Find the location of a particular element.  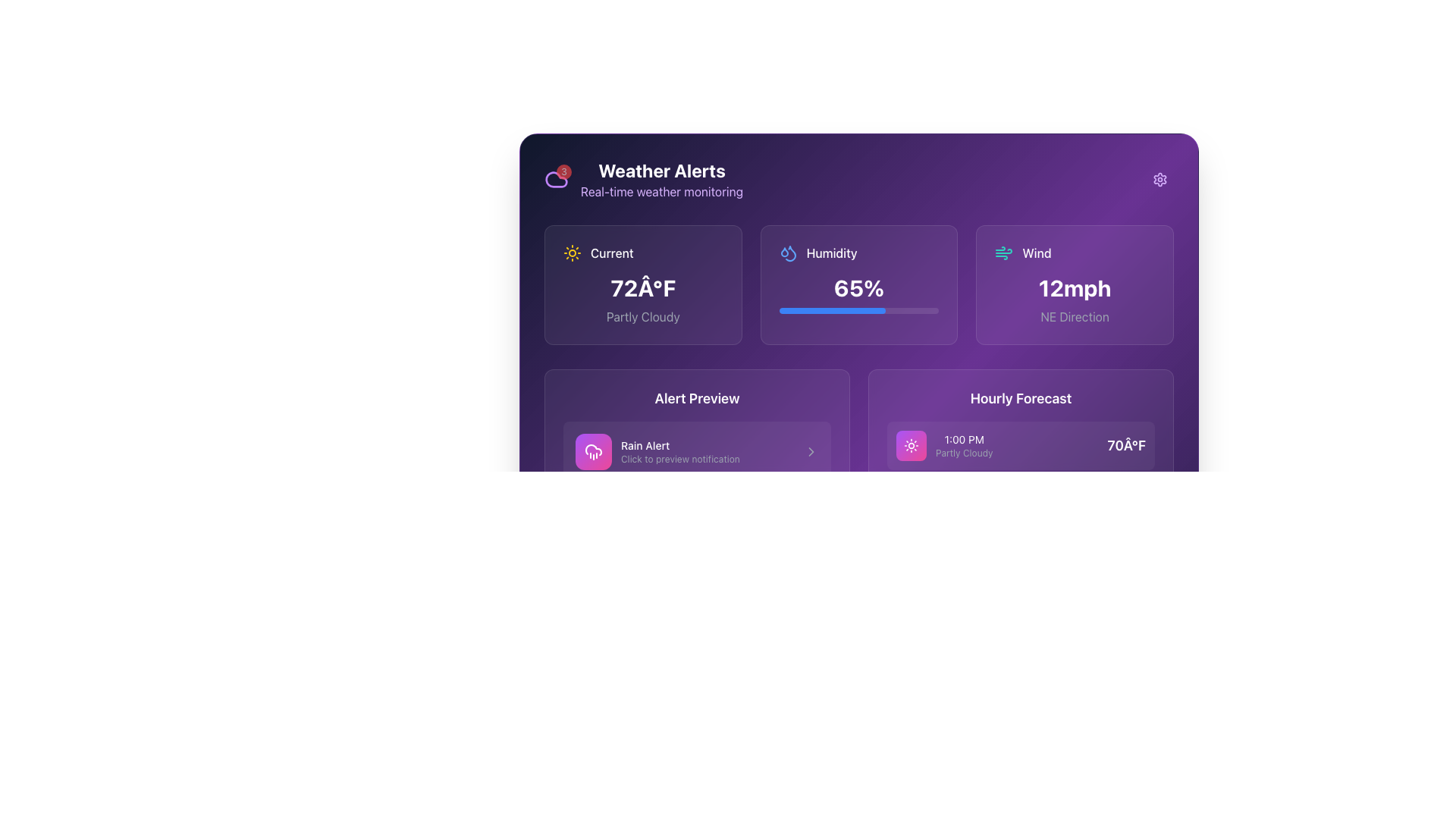

the sun icon located in the top-left corner of the weather card, which has a circular gradient background transitioning from purple to pink is located at coordinates (910, 444).